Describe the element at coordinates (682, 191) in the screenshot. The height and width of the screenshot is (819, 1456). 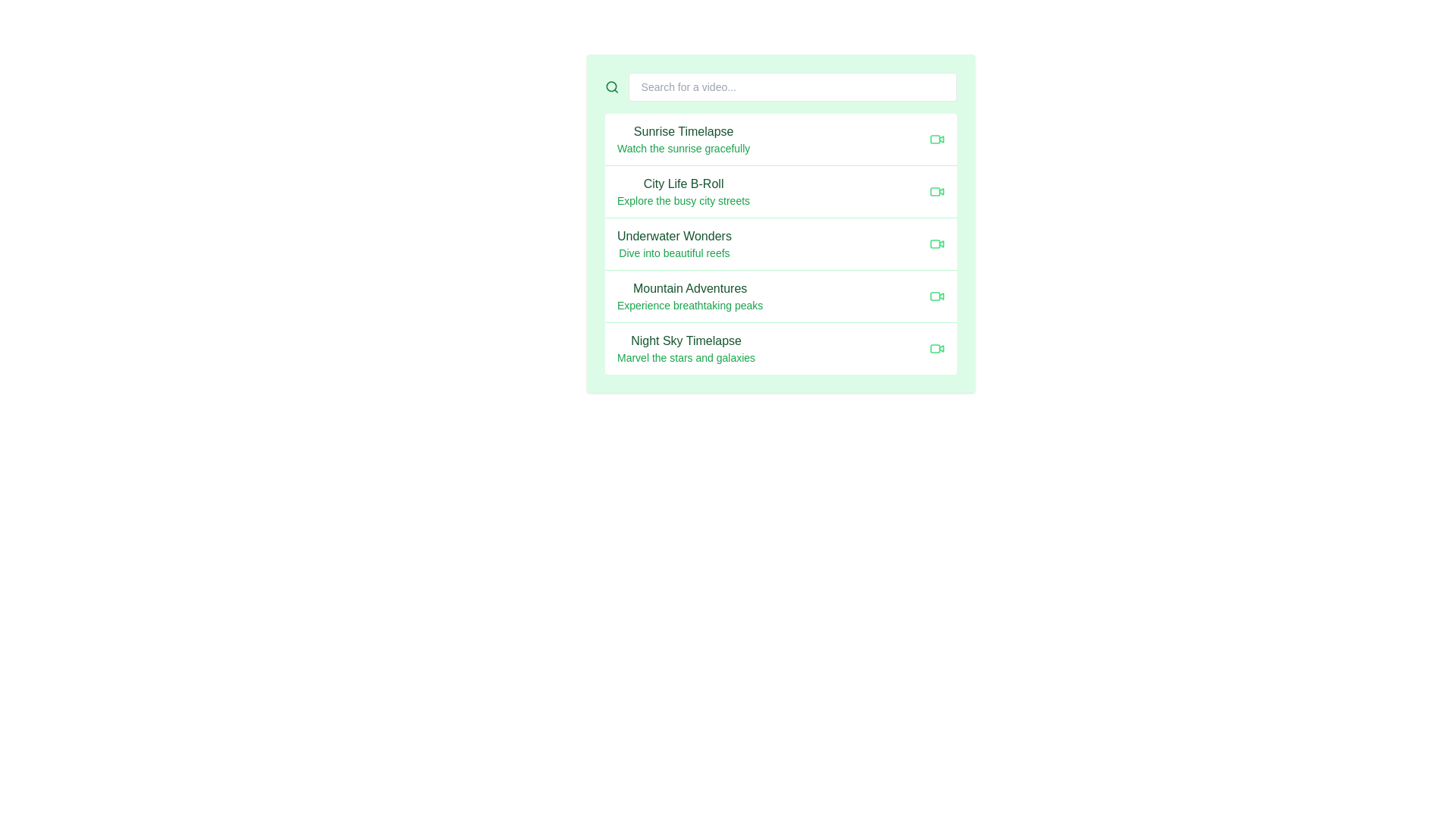
I see `the second list item in the vertical list, which represents the option` at that location.